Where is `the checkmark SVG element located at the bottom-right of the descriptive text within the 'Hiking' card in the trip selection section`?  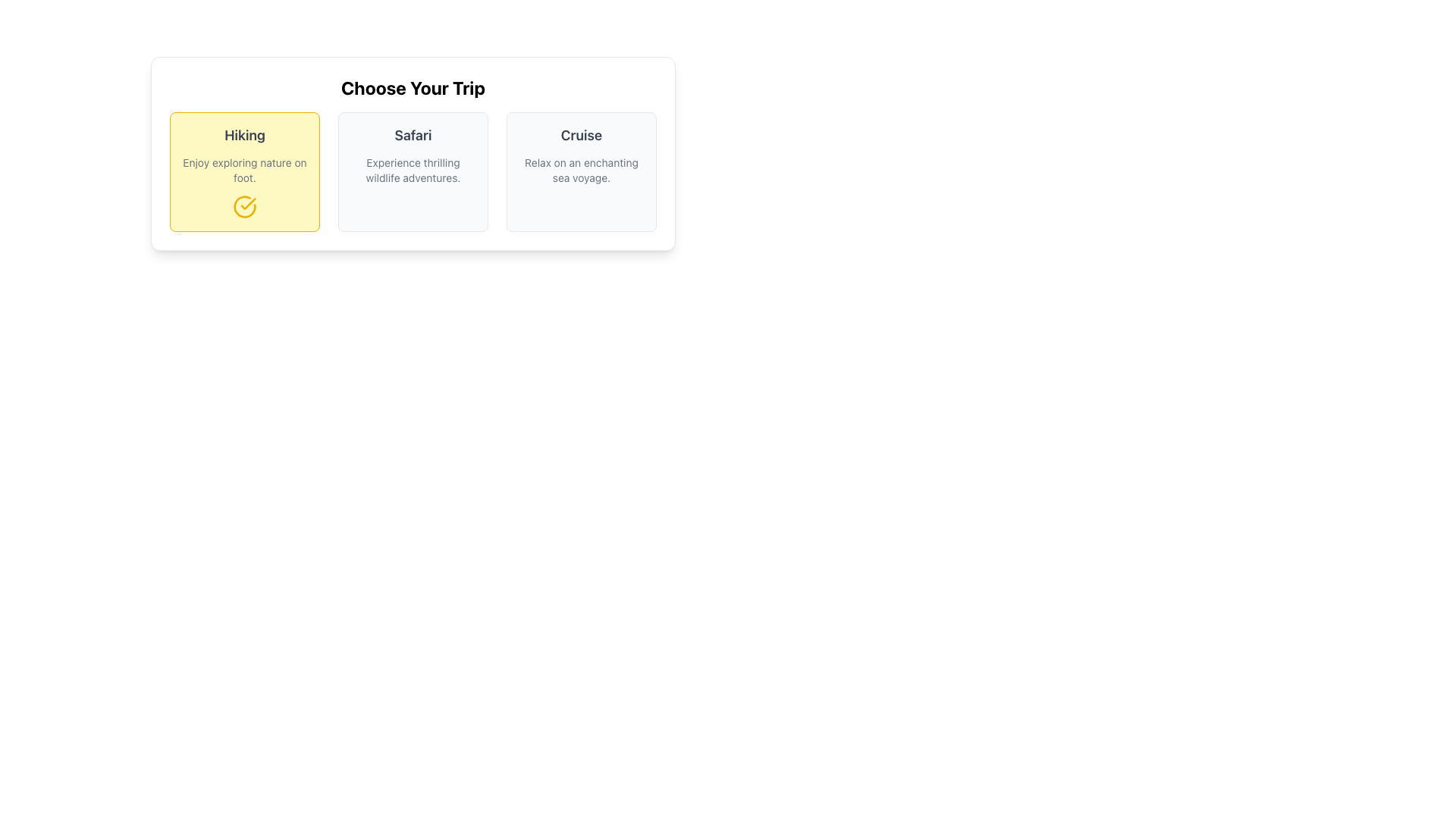 the checkmark SVG element located at the bottom-right of the descriptive text within the 'Hiking' card in the trip selection section is located at coordinates (248, 203).